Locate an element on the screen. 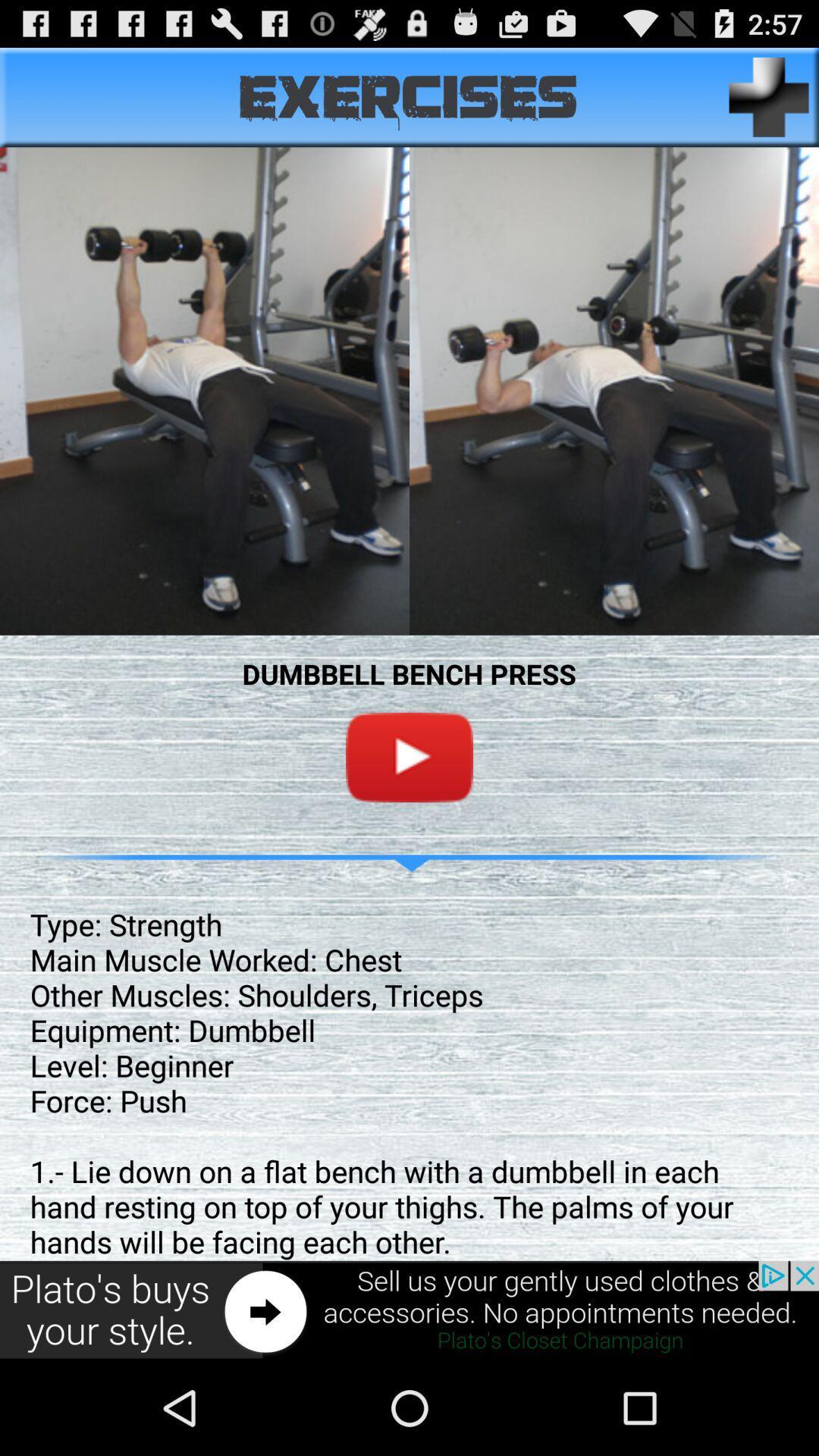  the add icon is located at coordinates (769, 103).